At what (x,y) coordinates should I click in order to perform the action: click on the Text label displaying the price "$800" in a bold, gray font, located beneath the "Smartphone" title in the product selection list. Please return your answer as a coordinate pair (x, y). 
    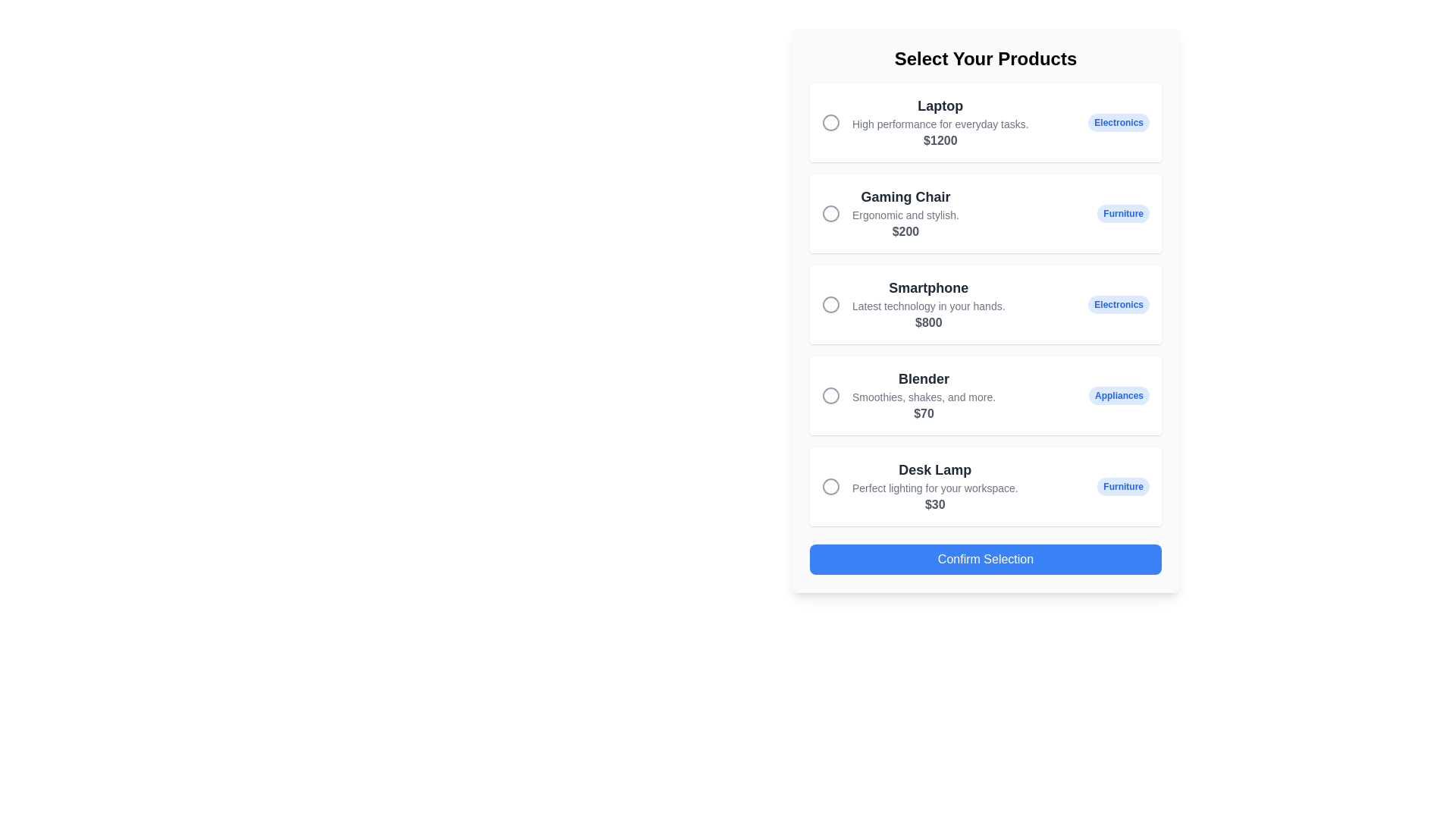
    Looking at the image, I should click on (927, 322).